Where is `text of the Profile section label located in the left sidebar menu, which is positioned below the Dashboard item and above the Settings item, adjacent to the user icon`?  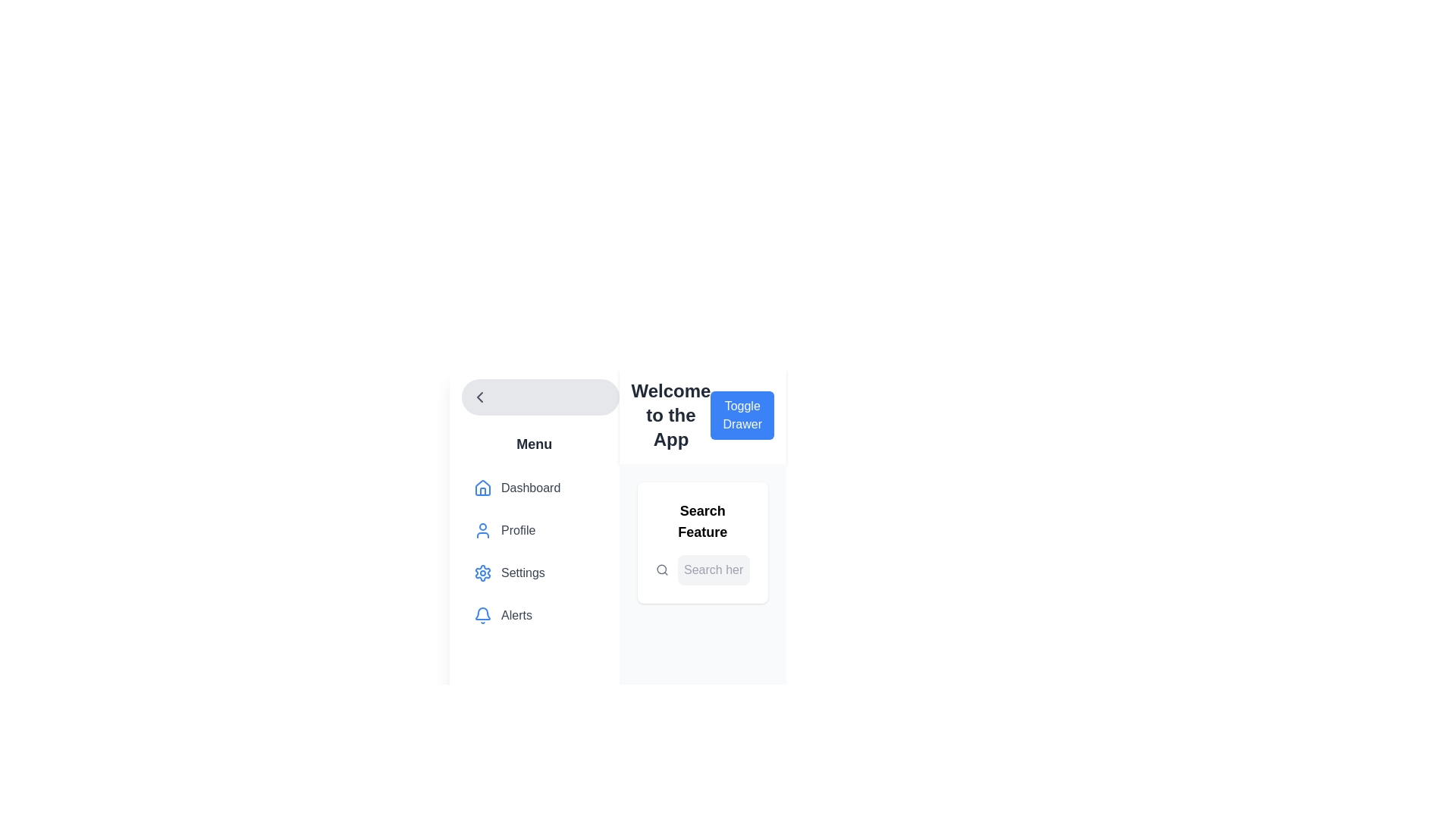
text of the Profile section label located in the left sidebar menu, which is positioned below the Dashboard item and above the Settings item, adjacent to the user icon is located at coordinates (518, 529).